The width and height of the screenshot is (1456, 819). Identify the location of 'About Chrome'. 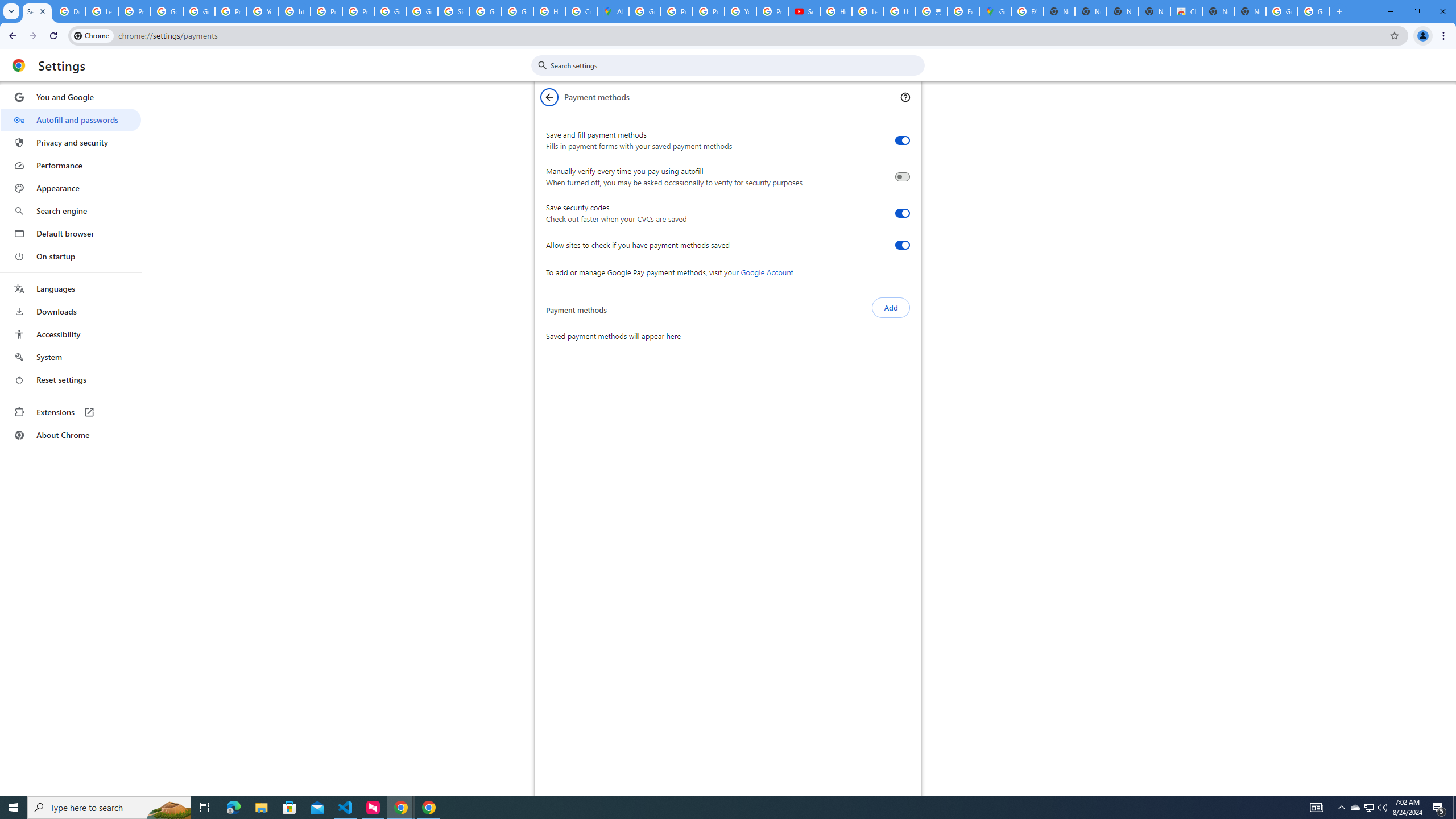
(70, 434).